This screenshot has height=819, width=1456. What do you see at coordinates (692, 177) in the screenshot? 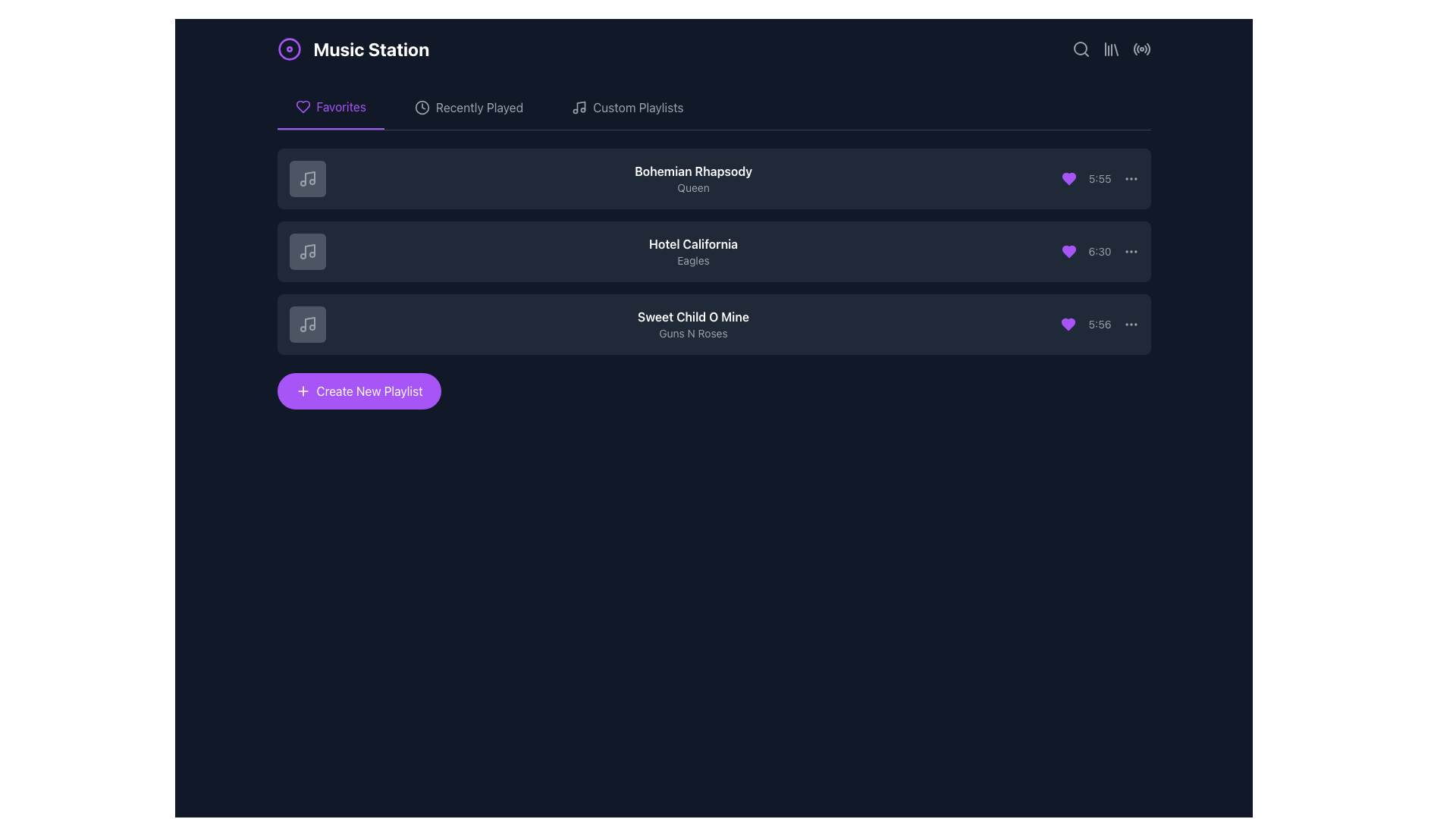
I see `the text display element showing 'Bohemian Rhapsody' by 'Queen', which is centrally aligned in the music playlist entry` at bounding box center [692, 177].